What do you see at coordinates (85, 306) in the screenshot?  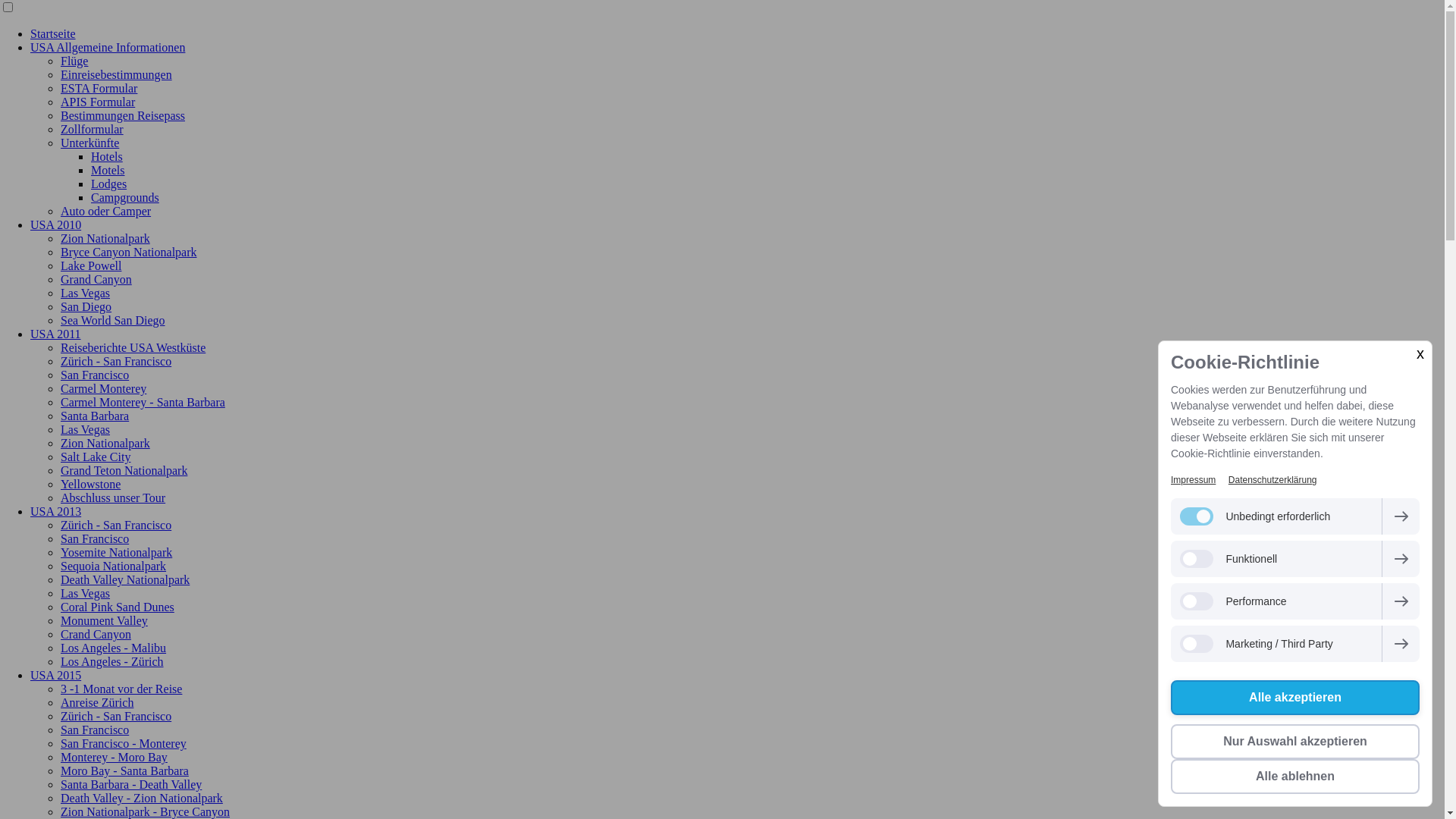 I see `'San Diego'` at bounding box center [85, 306].